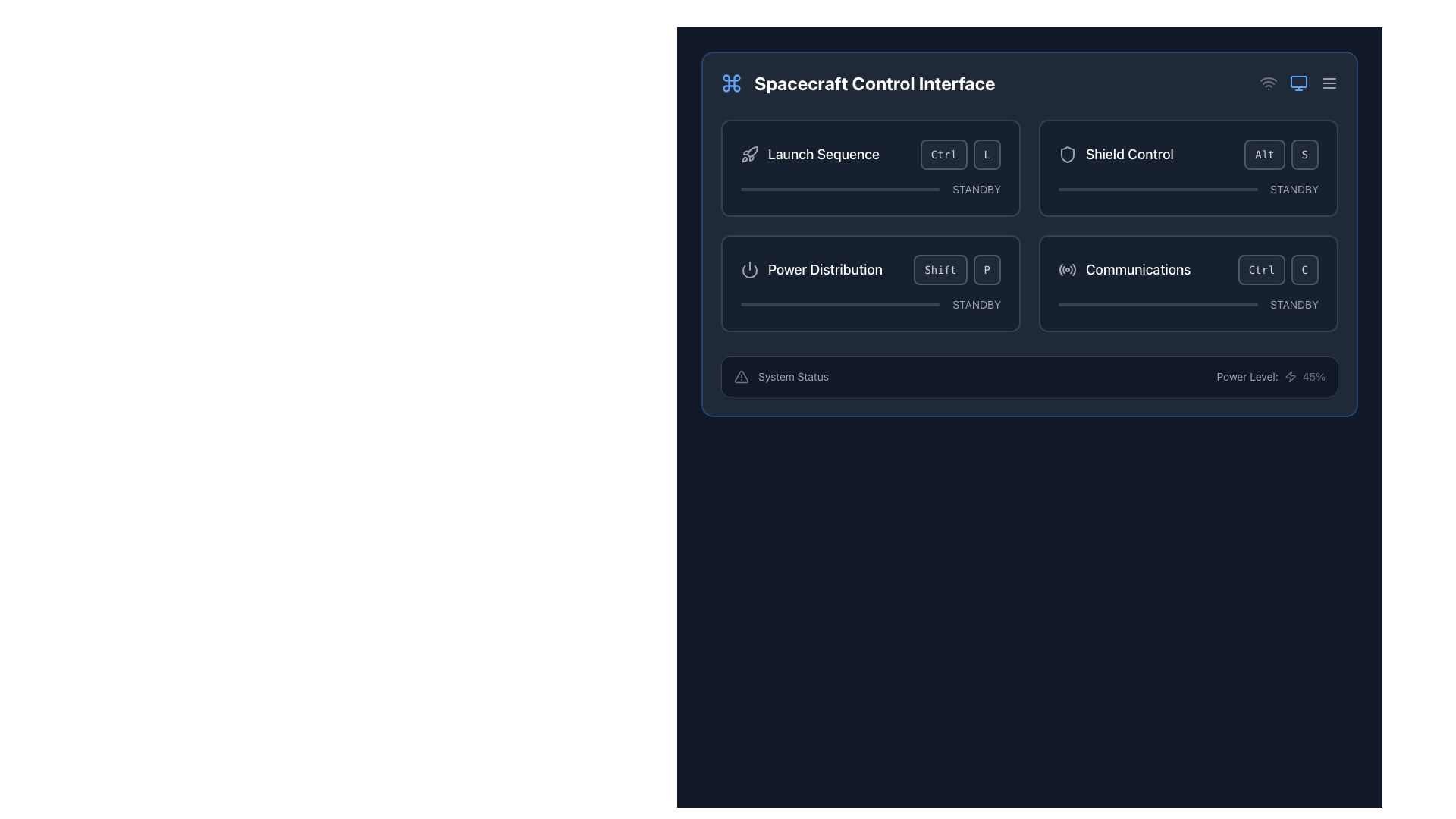 This screenshot has width=1456, height=819. What do you see at coordinates (1261, 268) in the screenshot?
I see `the 'Ctrl' button, a rectangular button with rounded edges and dark gray background, located within the 'Communications' card` at bounding box center [1261, 268].